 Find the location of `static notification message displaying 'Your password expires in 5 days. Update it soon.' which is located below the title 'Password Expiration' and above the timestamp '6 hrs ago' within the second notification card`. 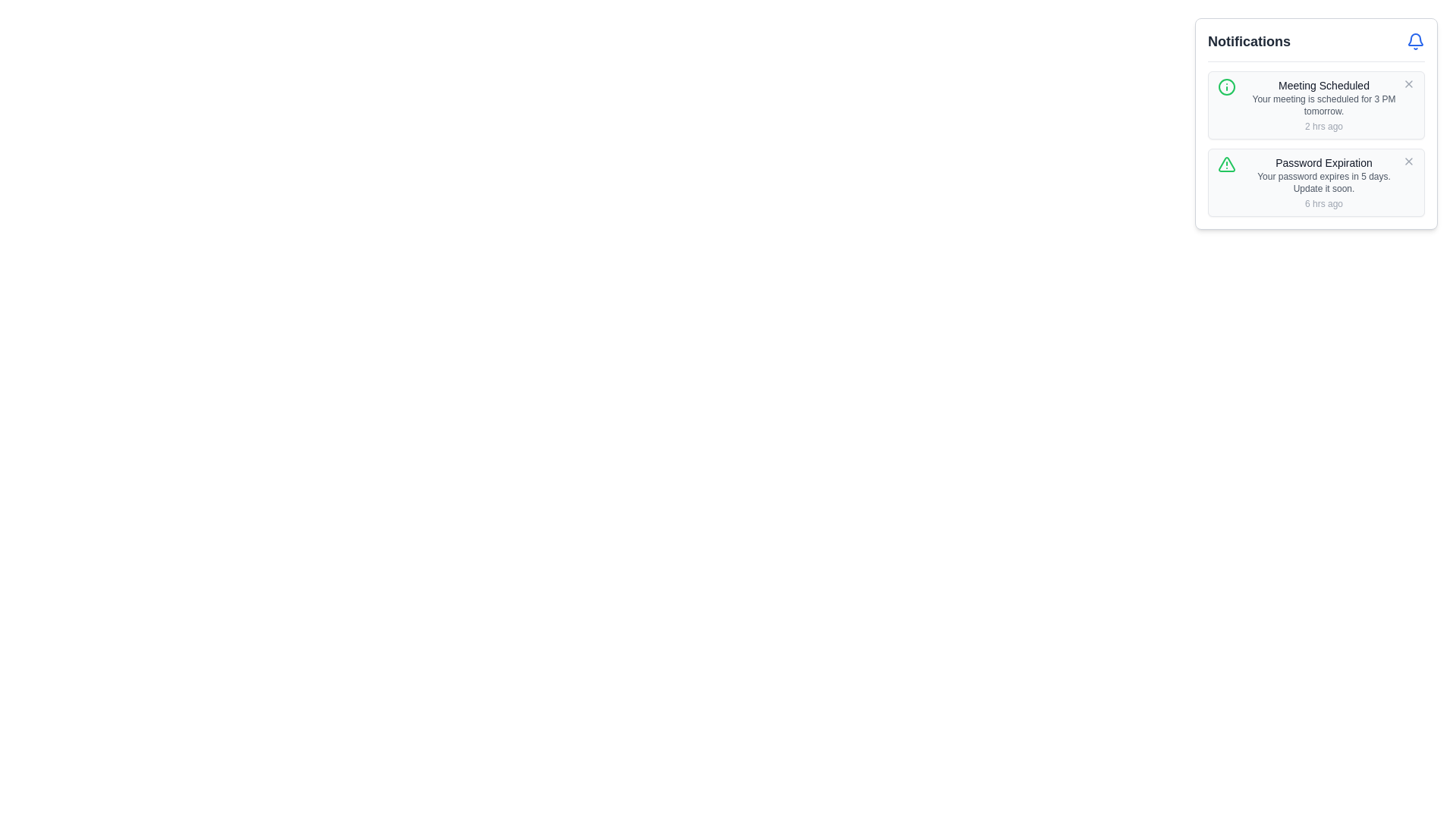

static notification message displaying 'Your password expires in 5 days. Update it soon.' which is located below the title 'Password Expiration' and above the timestamp '6 hrs ago' within the second notification card is located at coordinates (1323, 181).